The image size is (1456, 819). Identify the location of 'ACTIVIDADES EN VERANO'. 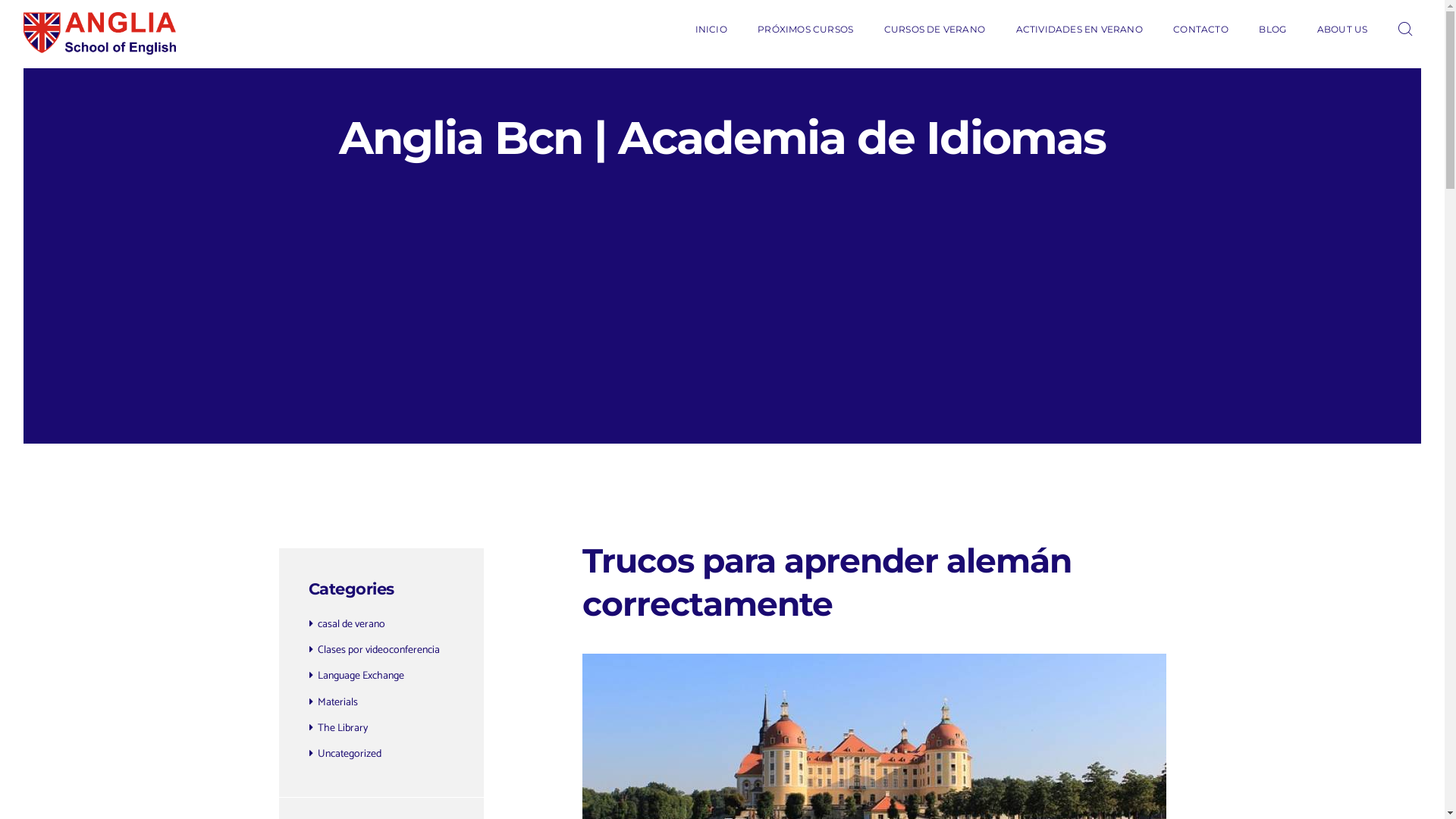
(1078, 29).